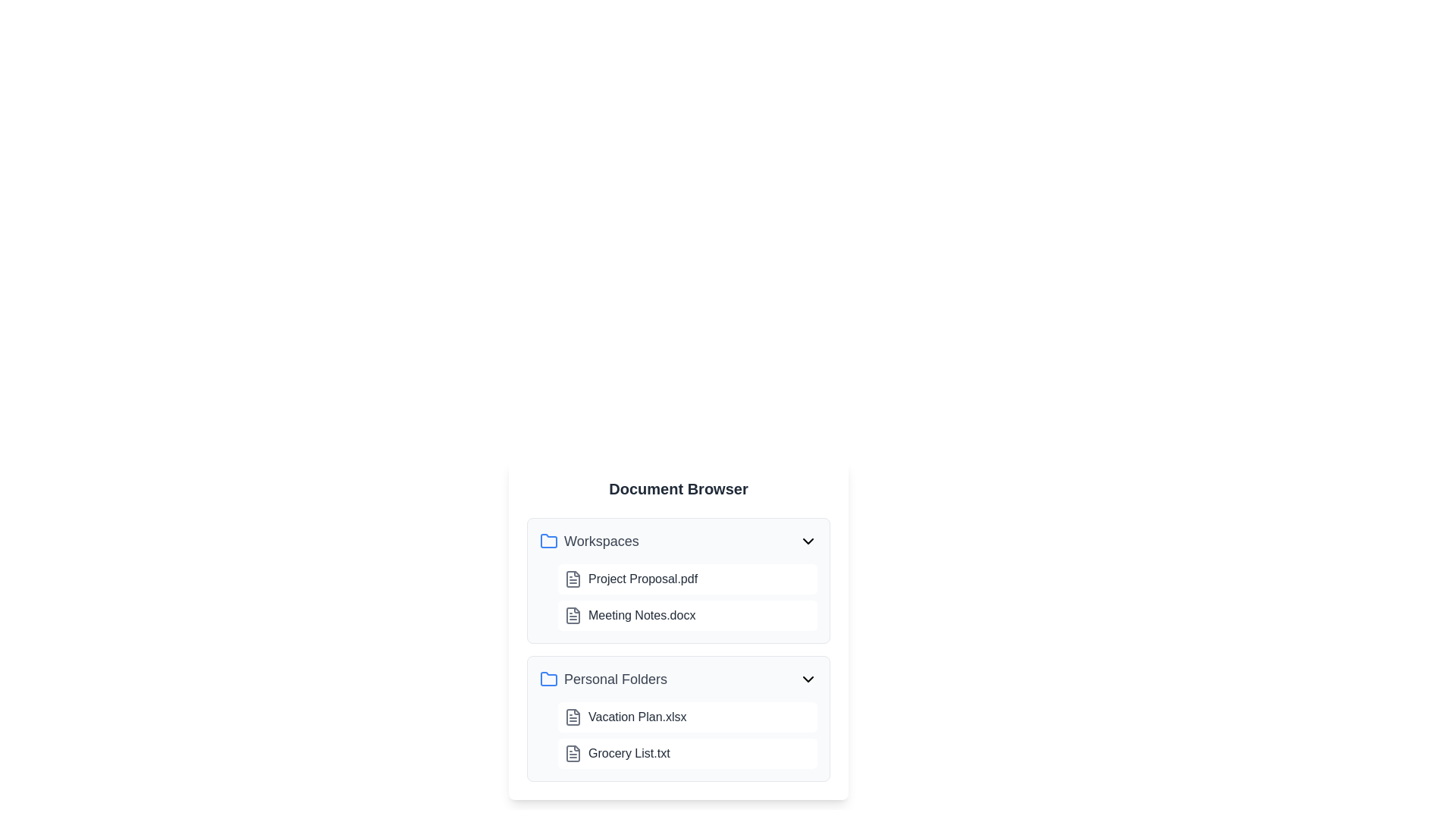 The image size is (1456, 819). What do you see at coordinates (603, 678) in the screenshot?
I see `the title text of the folder entry in the 'Document Browser' panel` at bounding box center [603, 678].